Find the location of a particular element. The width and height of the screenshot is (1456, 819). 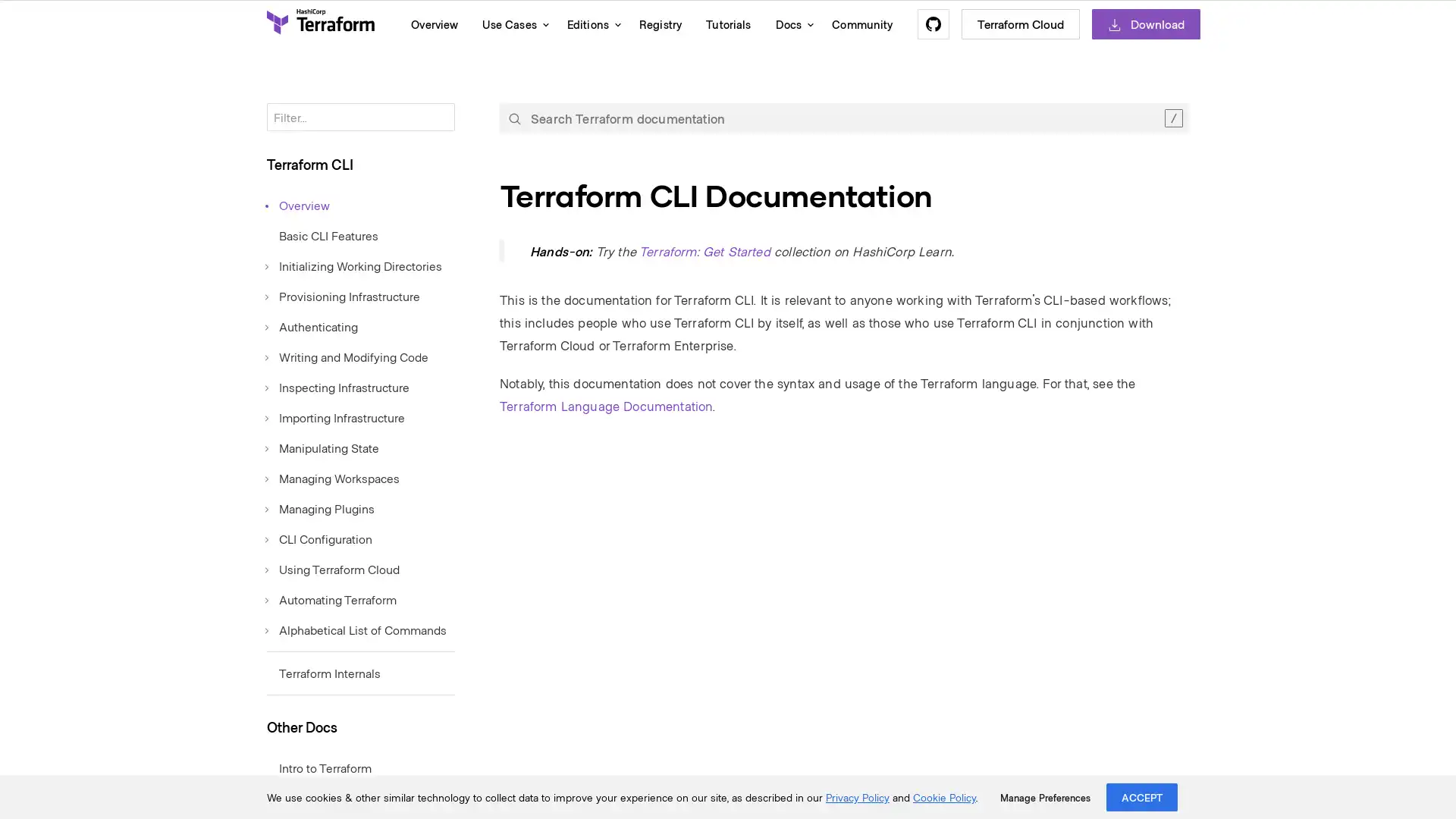

Use Cases is located at coordinates (512, 24).